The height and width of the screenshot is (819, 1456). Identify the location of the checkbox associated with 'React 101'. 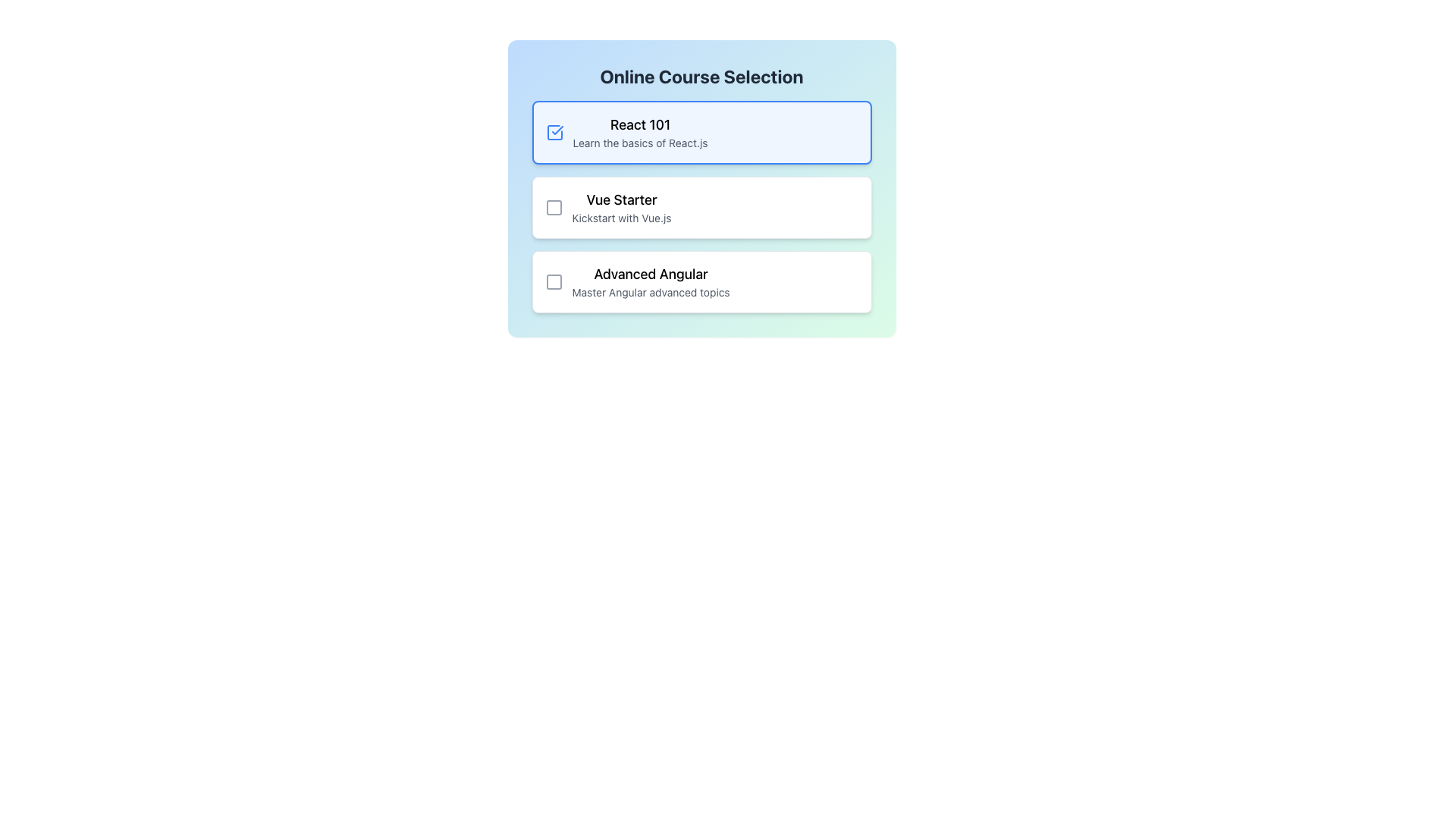
(554, 131).